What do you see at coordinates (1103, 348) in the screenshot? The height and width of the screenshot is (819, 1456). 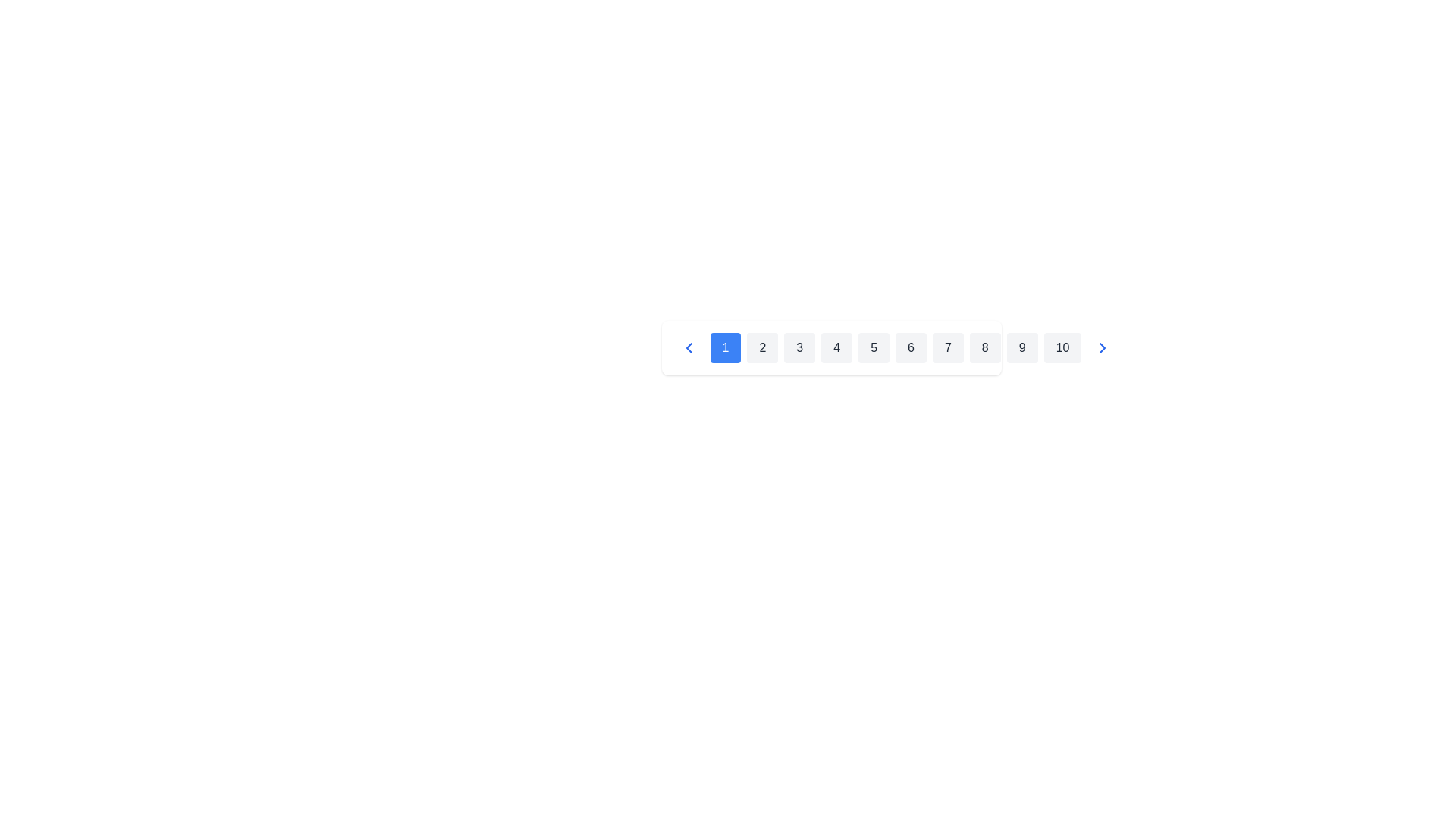 I see `the Chevron icon located at the far right side of the pagination bar, adjacent to the numbered pagination items` at bounding box center [1103, 348].